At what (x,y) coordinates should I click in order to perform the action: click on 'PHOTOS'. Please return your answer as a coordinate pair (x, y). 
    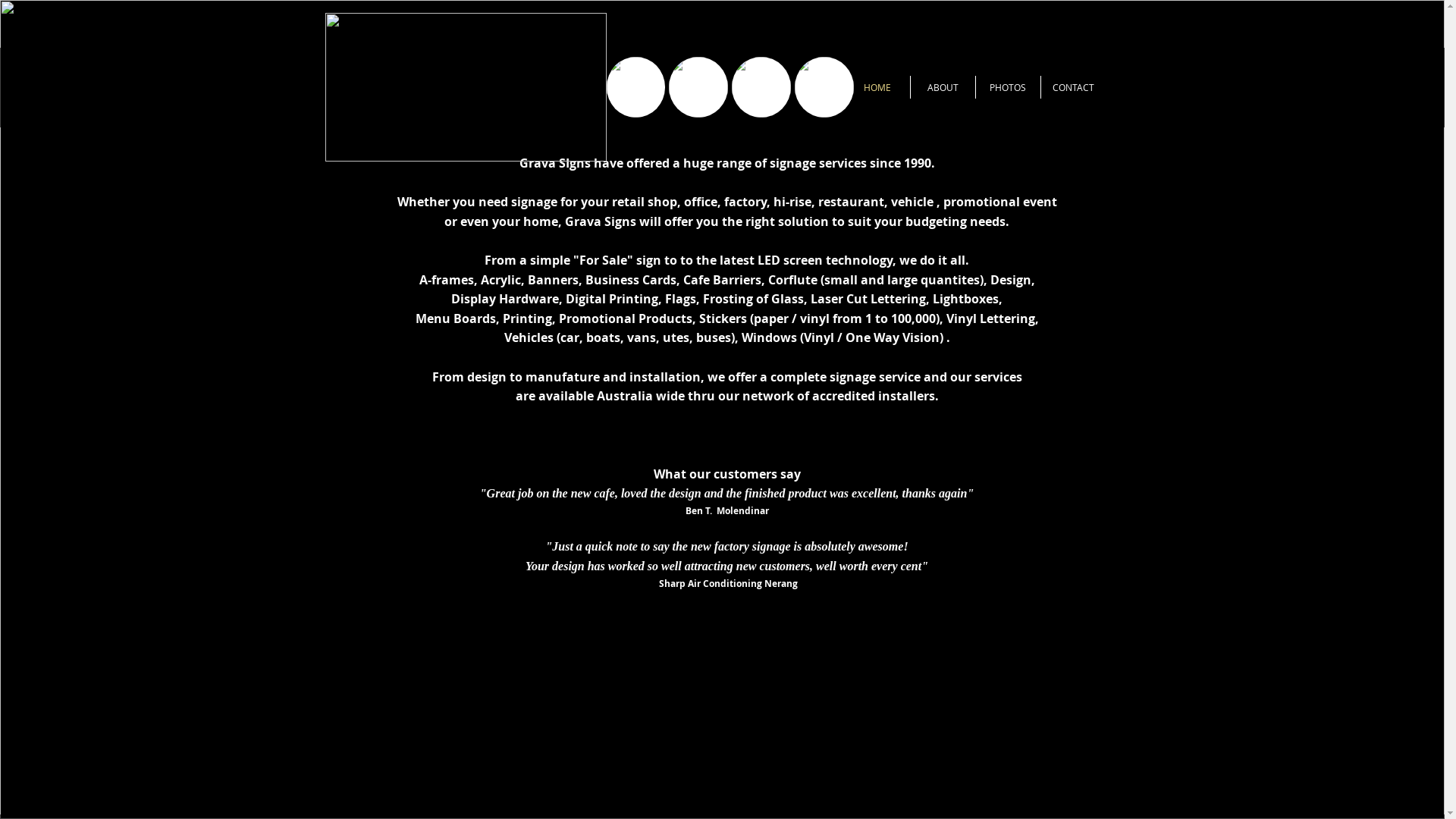
    Looking at the image, I should click on (1007, 87).